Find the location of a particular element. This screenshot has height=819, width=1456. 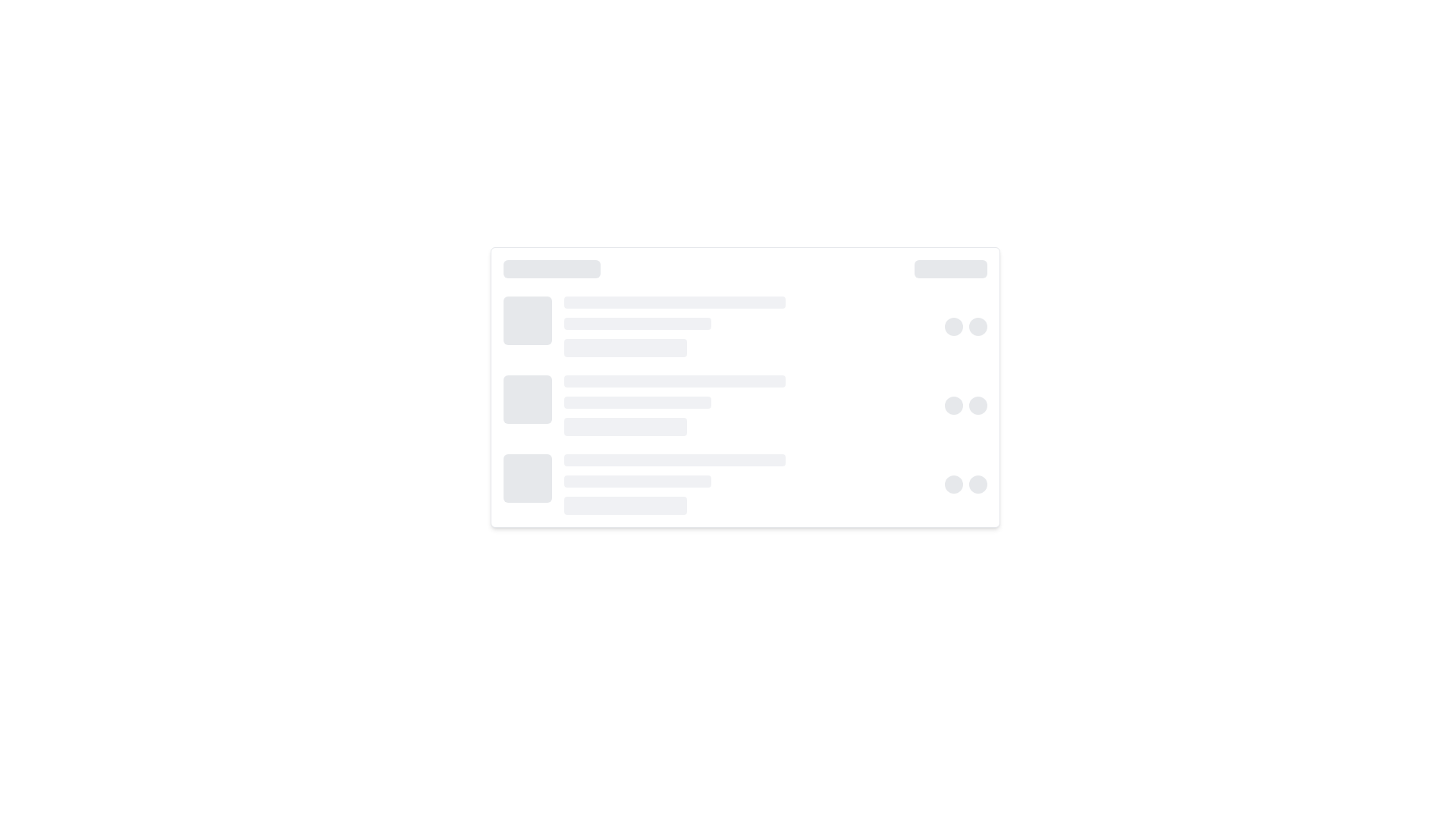

Placeholder Content element, which consists of three horizontally aligned bars with rounded edges, styled in light gray, located centrally between a square icon and two circular icons is located at coordinates (748, 326).